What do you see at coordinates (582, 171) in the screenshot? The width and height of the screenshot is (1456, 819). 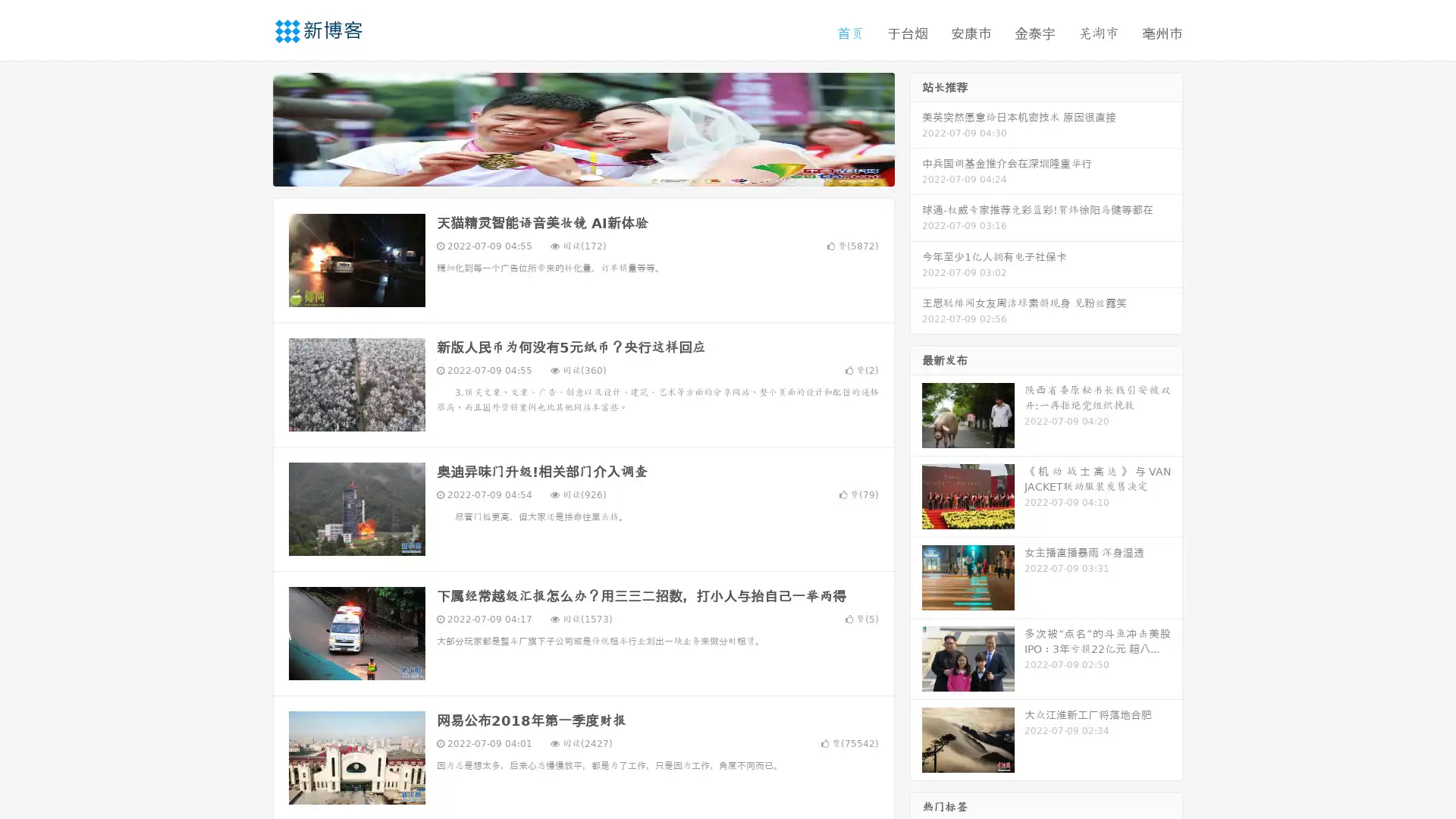 I see `Go to slide 2` at bounding box center [582, 171].